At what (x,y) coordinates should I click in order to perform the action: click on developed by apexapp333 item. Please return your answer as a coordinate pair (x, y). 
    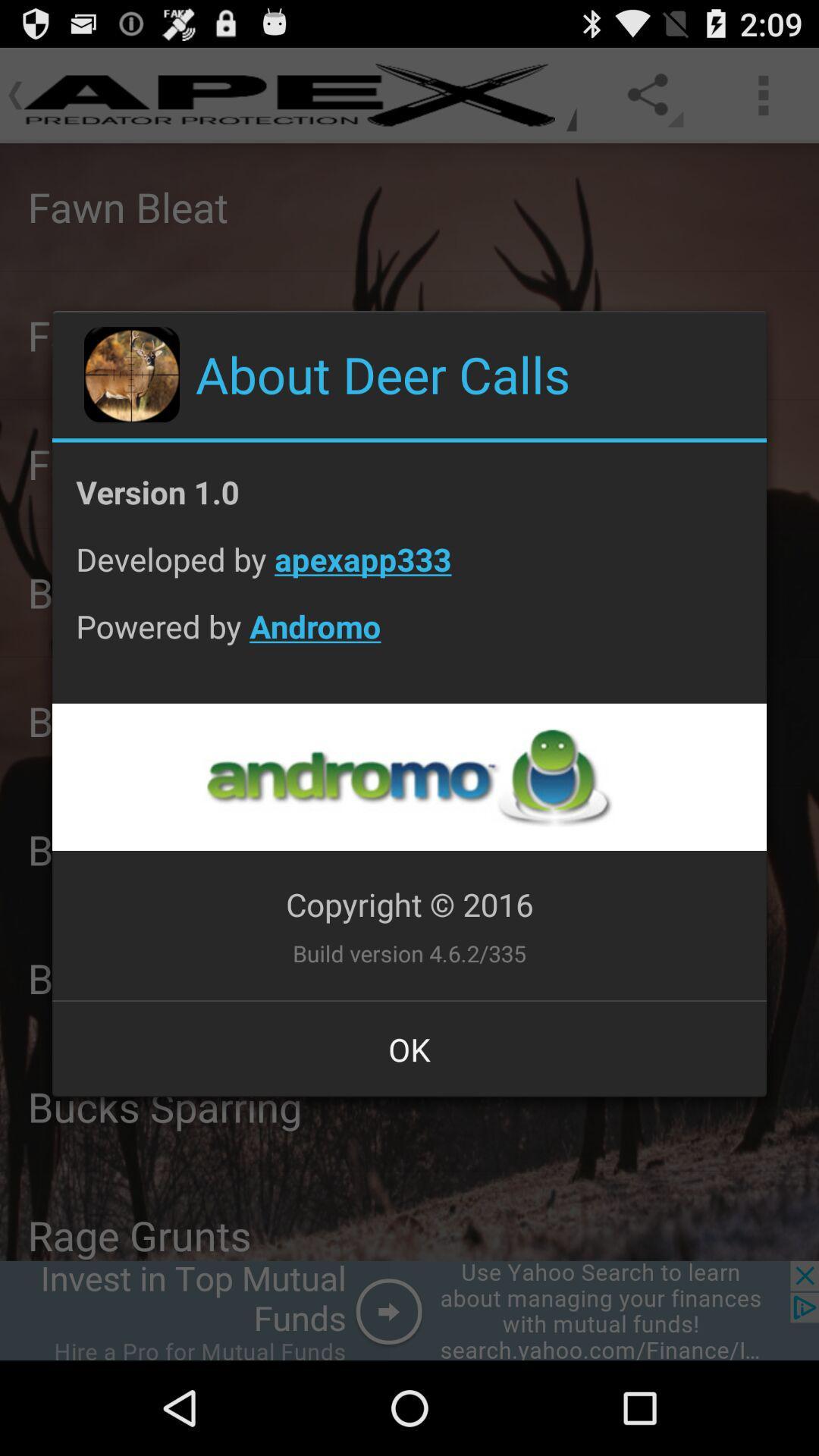
    Looking at the image, I should click on (409, 570).